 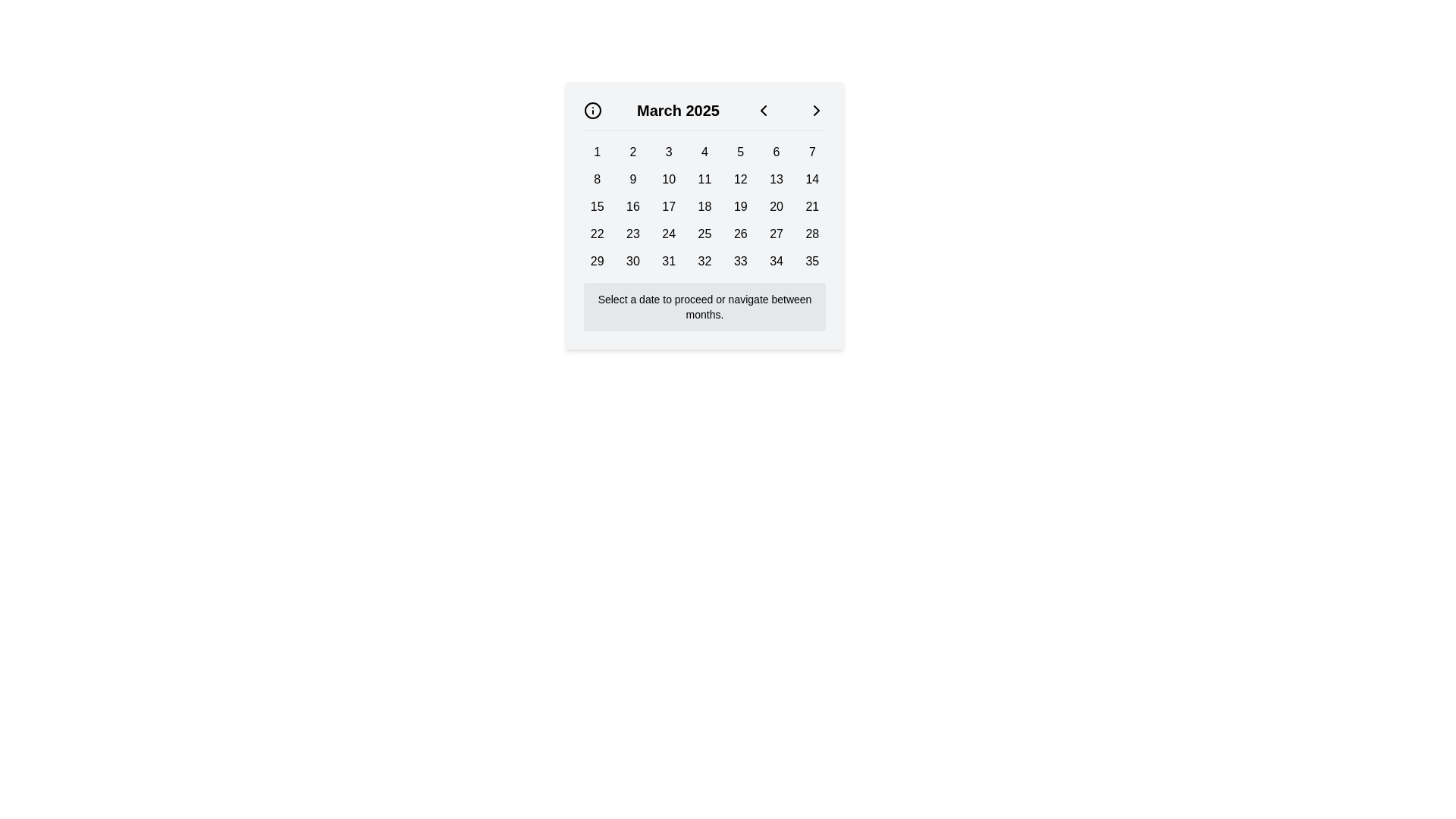 What do you see at coordinates (704, 260) in the screenshot?
I see `the button displaying the text '32' in bold, located in the last row, fourth column of the calendar grid` at bounding box center [704, 260].